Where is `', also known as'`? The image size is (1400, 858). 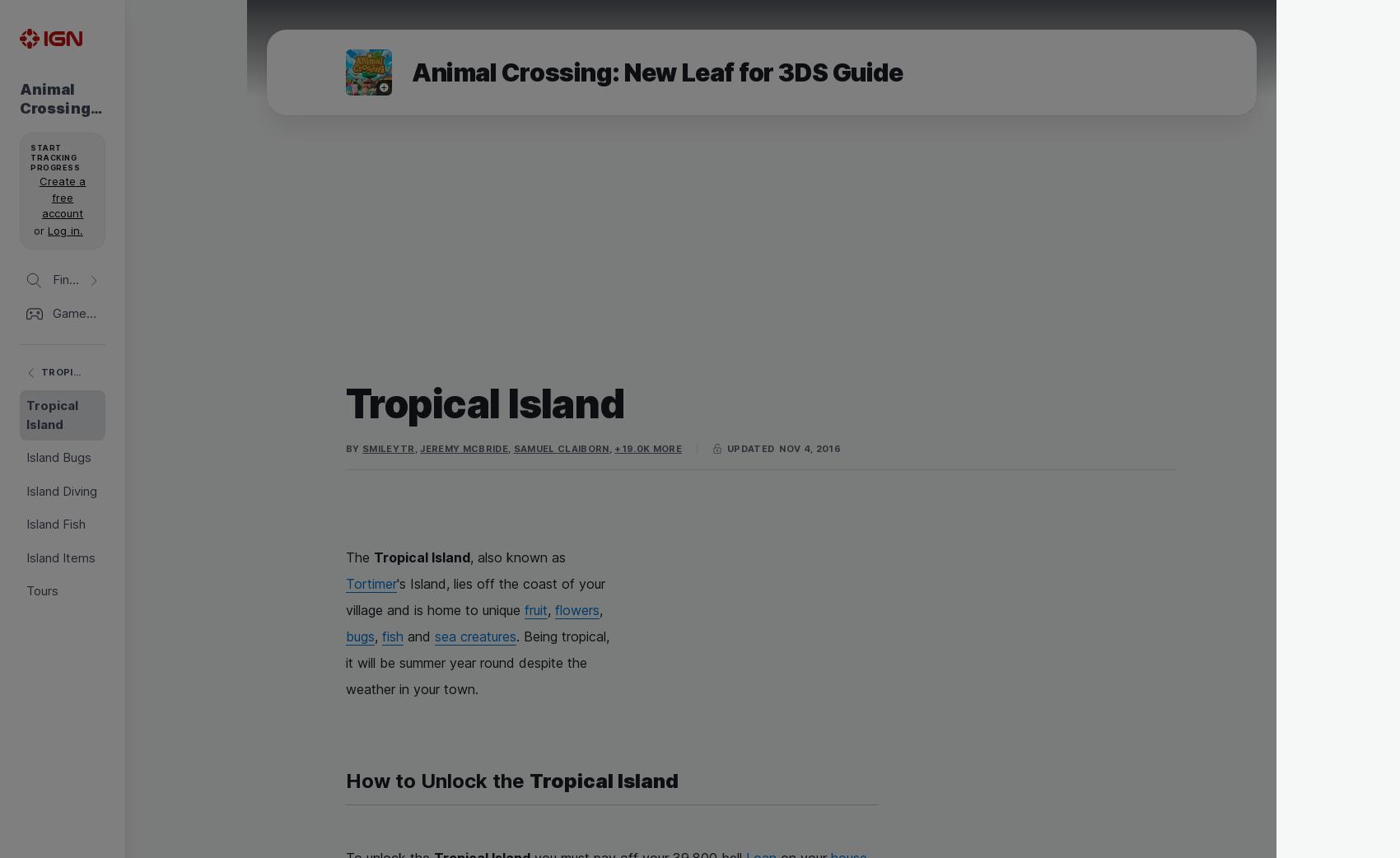 ', also known as' is located at coordinates (517, 557).